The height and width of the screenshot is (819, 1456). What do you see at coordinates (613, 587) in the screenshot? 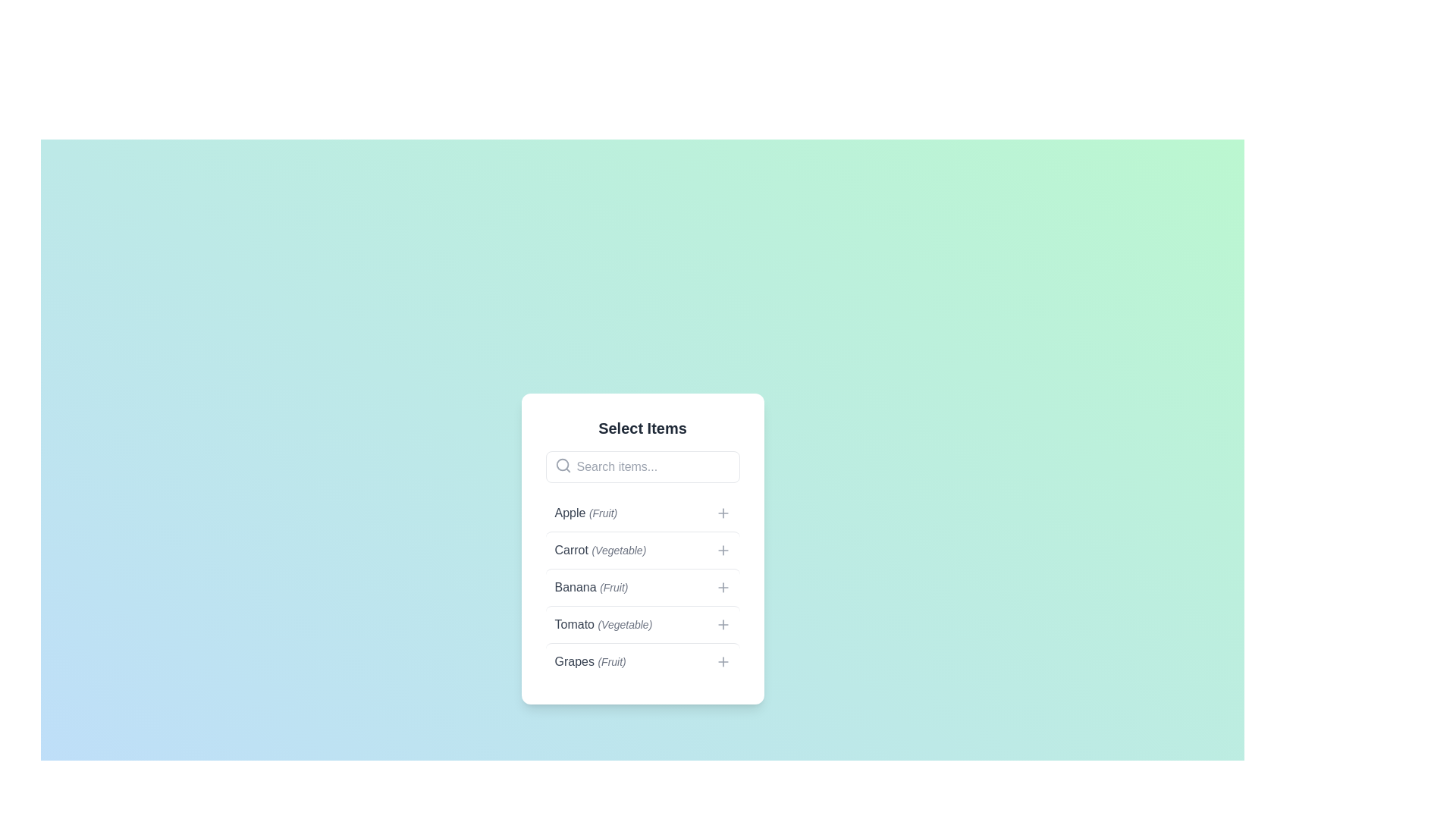
I see `the text label '(Fruit)' which is located directly to the right of 'Banana' in the list of items under 'Select Items'` at bounding box center [613, 587].